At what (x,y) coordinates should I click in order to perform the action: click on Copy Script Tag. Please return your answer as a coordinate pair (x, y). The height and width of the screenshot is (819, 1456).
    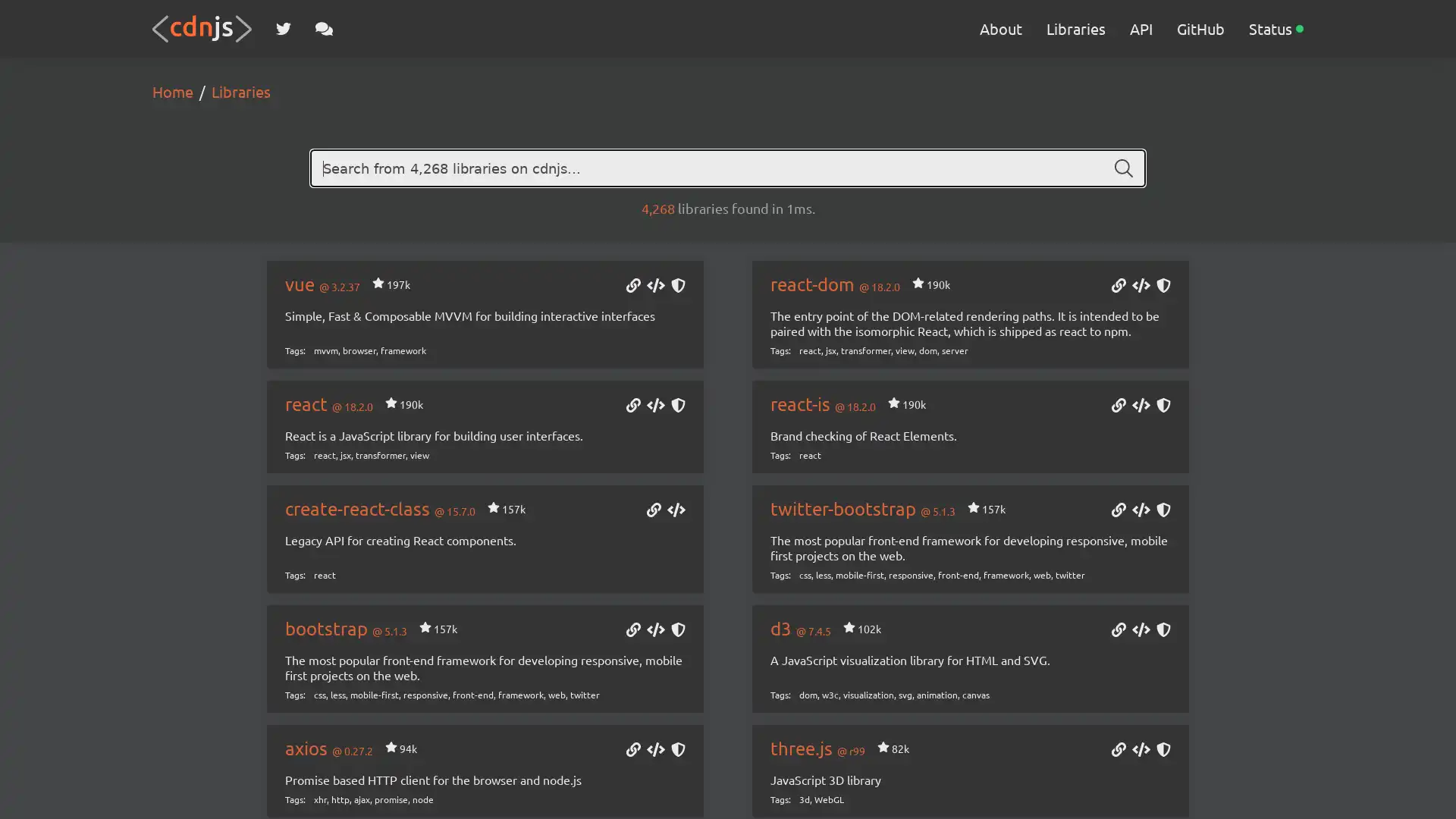
    Looking at the image, I should click on (655, 631).